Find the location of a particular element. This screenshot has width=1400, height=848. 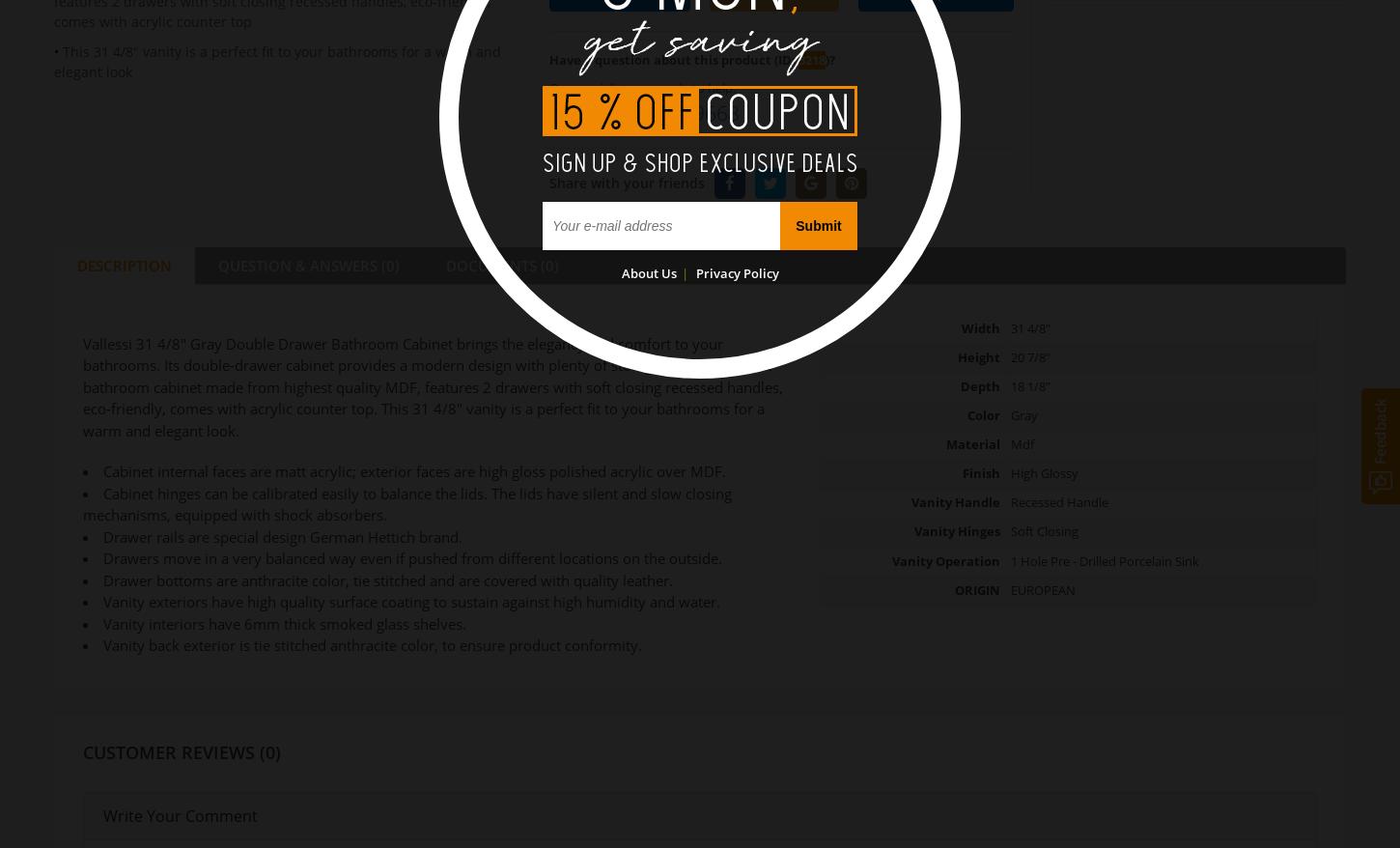

'Height' is located at coordinates (978, 355).